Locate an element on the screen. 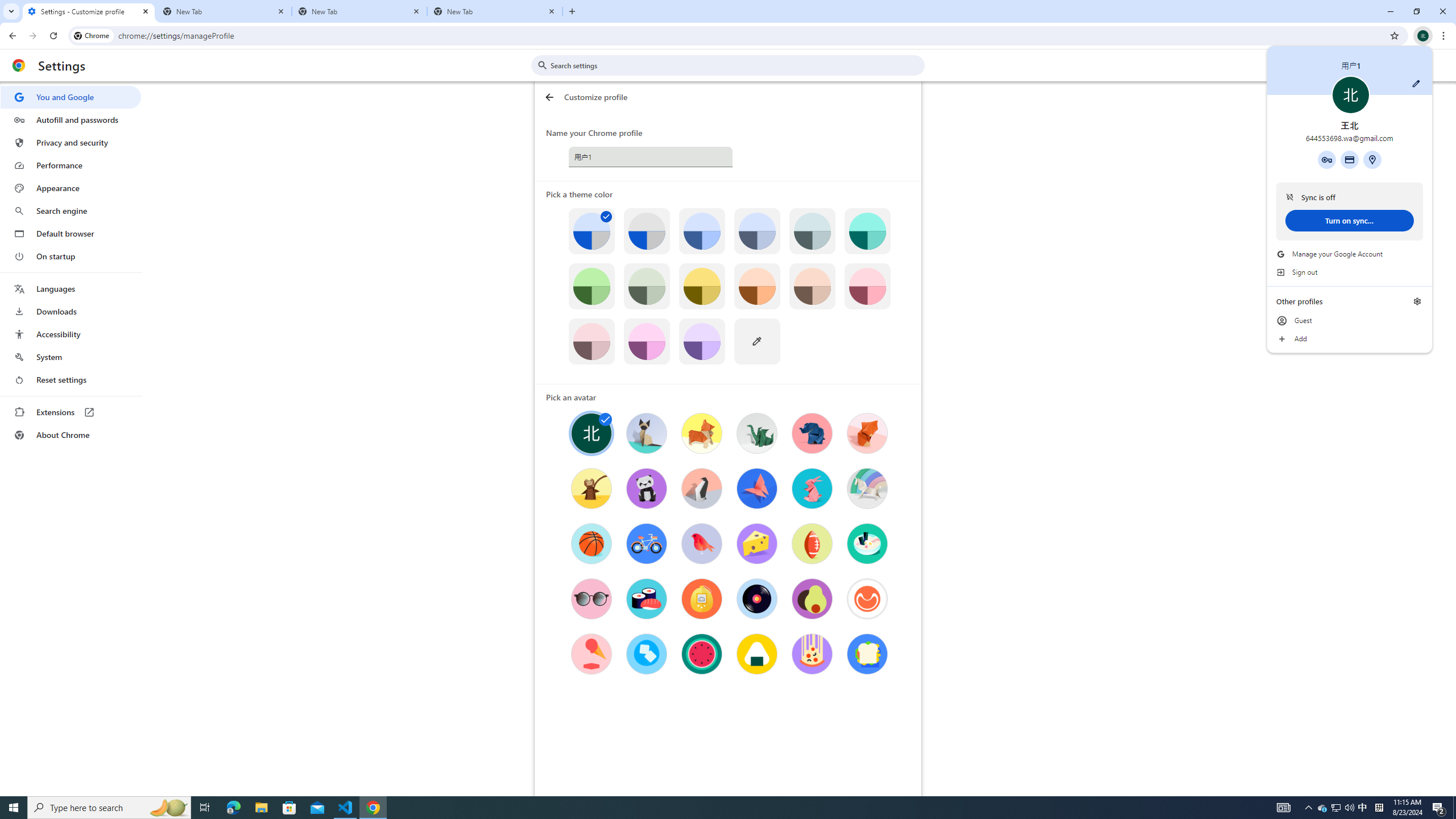  'Search engine' is located at coordinates (70, 211).